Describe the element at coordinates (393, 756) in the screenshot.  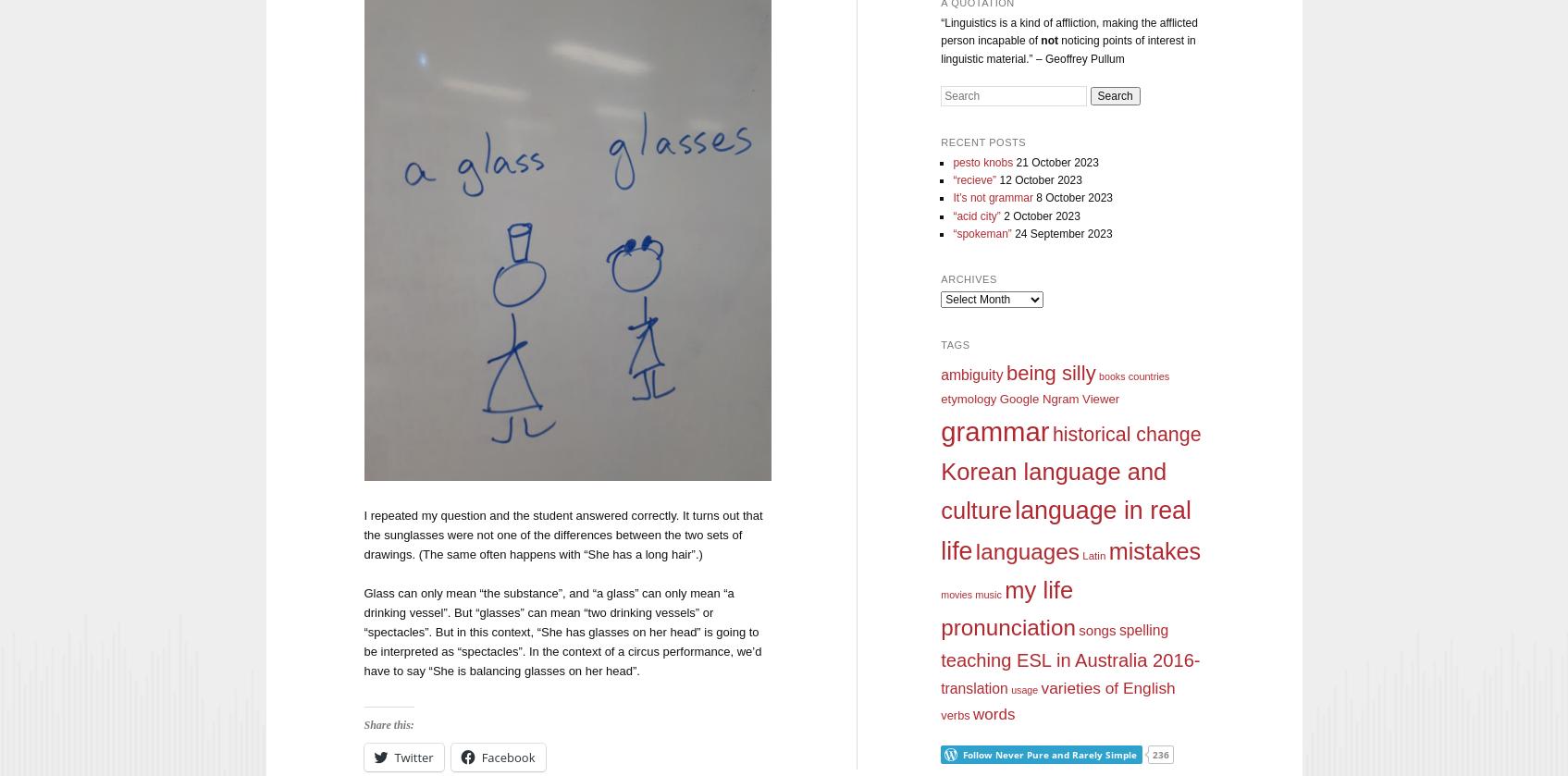
I see `'Twitter'` at that location.